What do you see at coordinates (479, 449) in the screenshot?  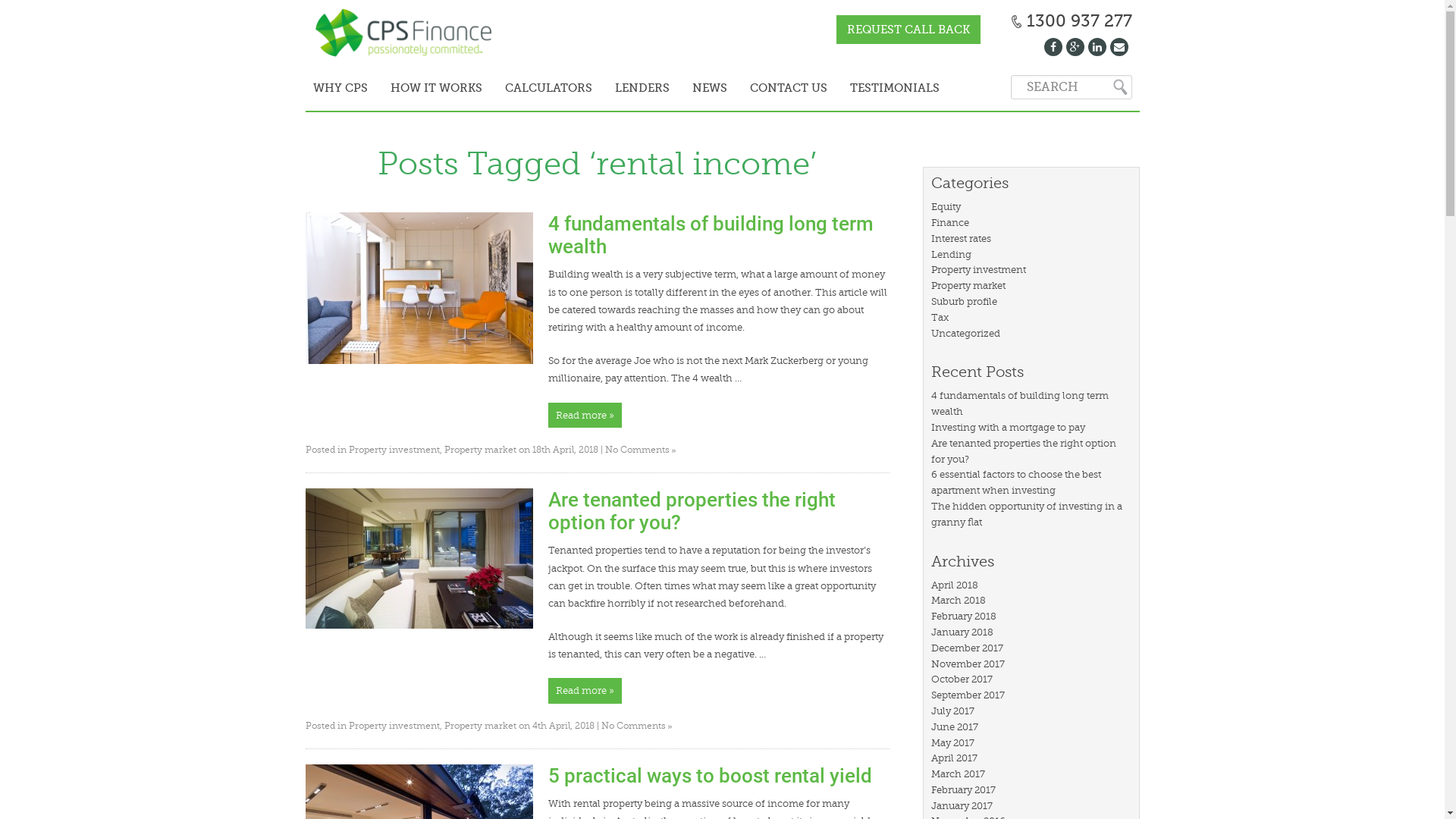 I see `'Property market'` at bounding box center [479, 449].